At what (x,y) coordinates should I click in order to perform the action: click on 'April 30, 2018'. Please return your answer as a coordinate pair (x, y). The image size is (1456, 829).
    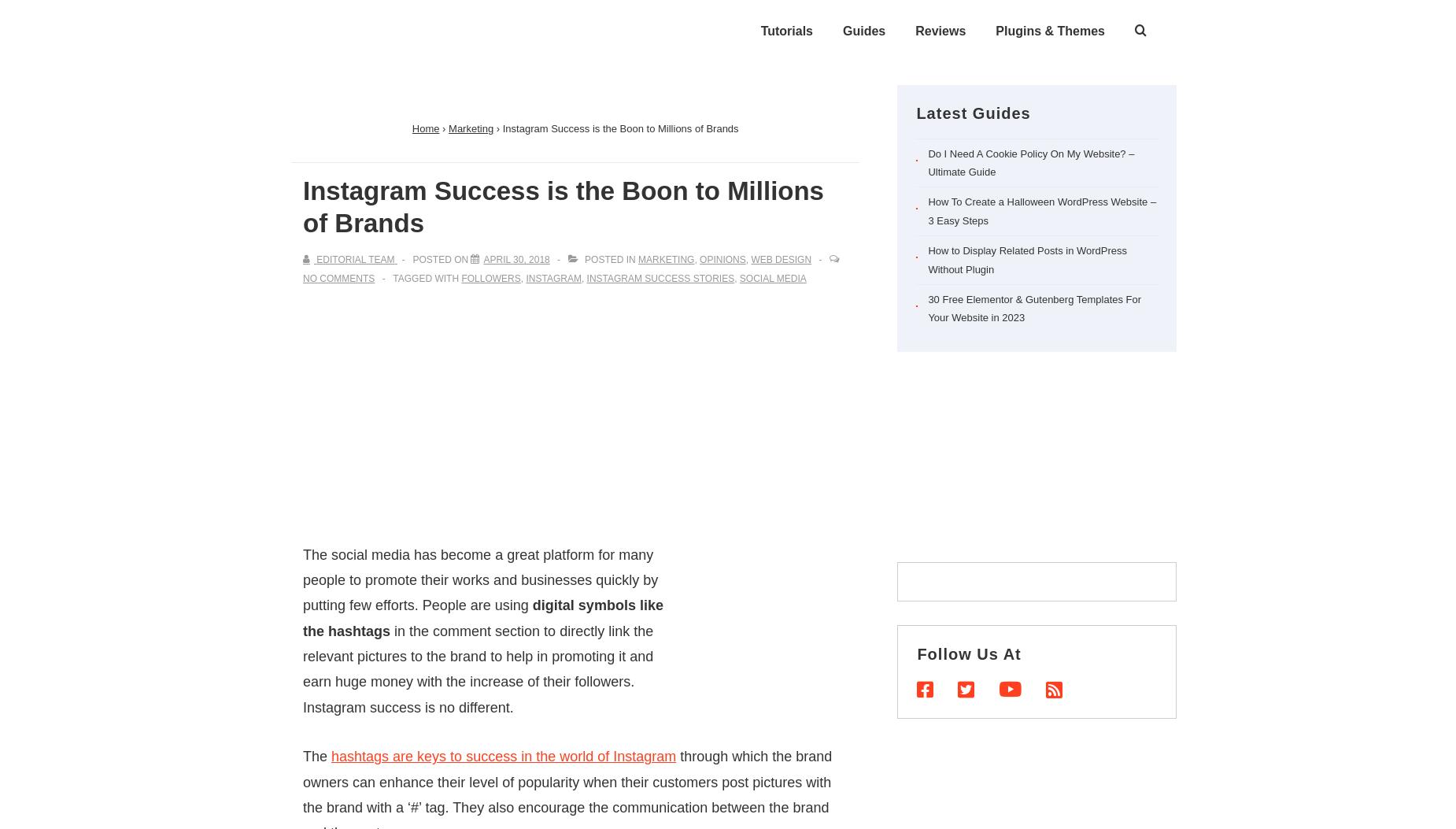
    Looking at the image, I should click on (516, 260).